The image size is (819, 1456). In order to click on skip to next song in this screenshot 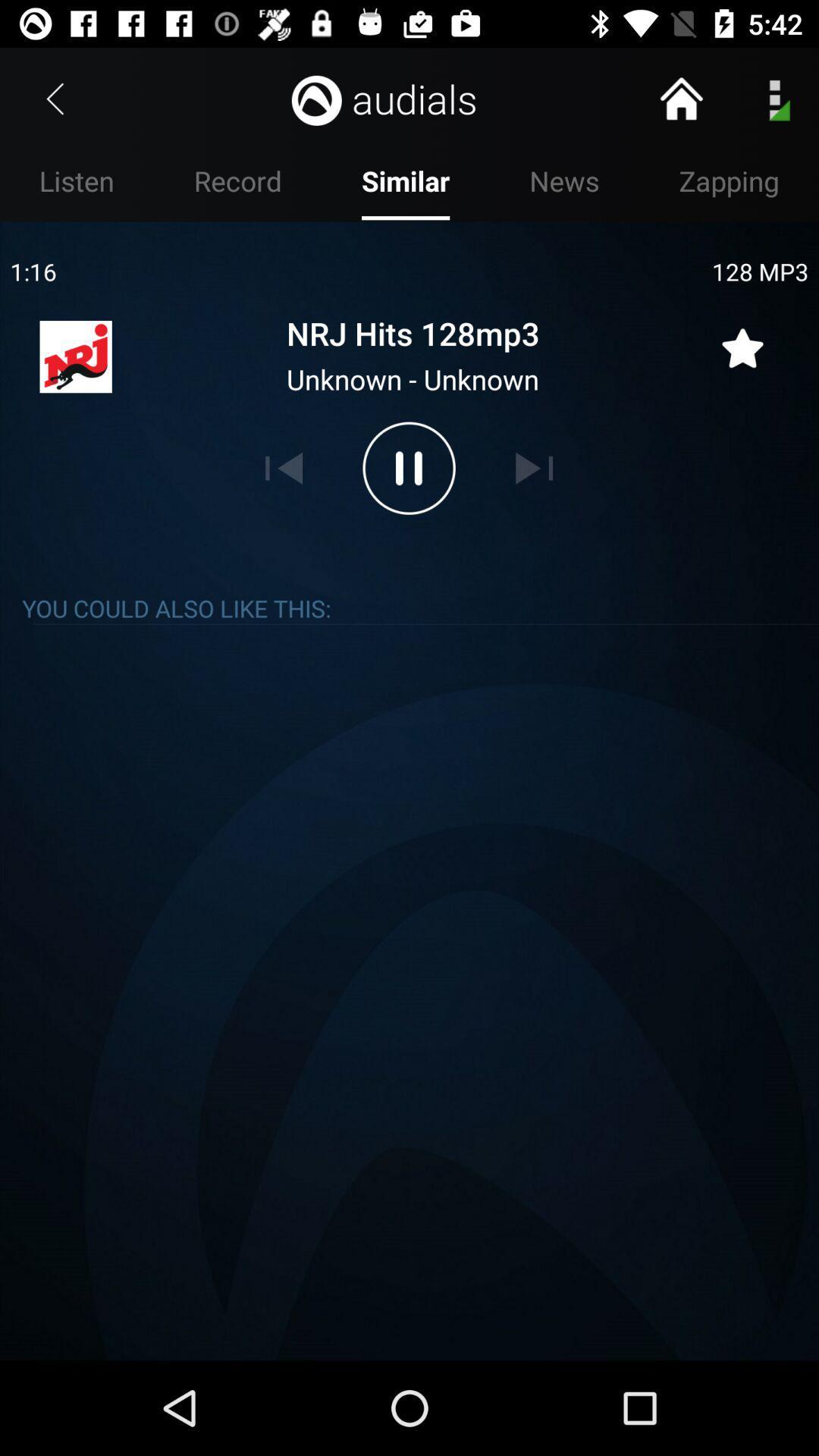, I will do `click(533, 467)`.